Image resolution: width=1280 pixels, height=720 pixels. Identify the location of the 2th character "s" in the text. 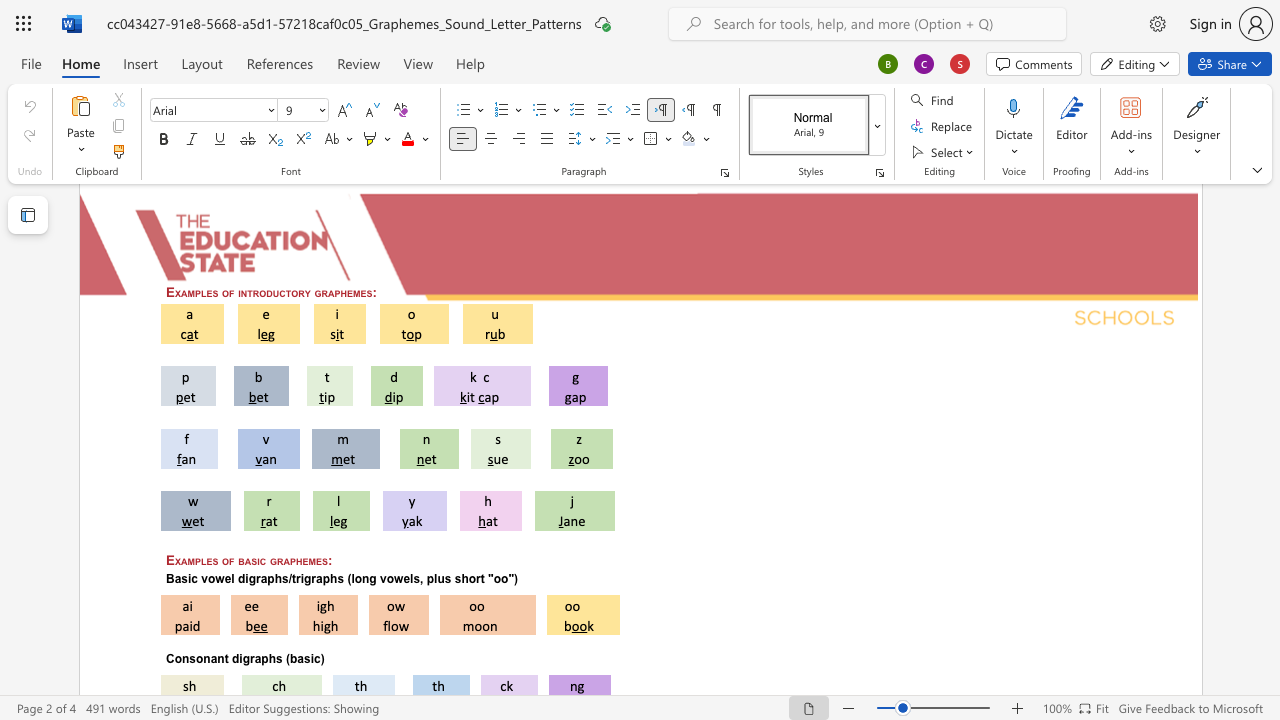
(253, 560).